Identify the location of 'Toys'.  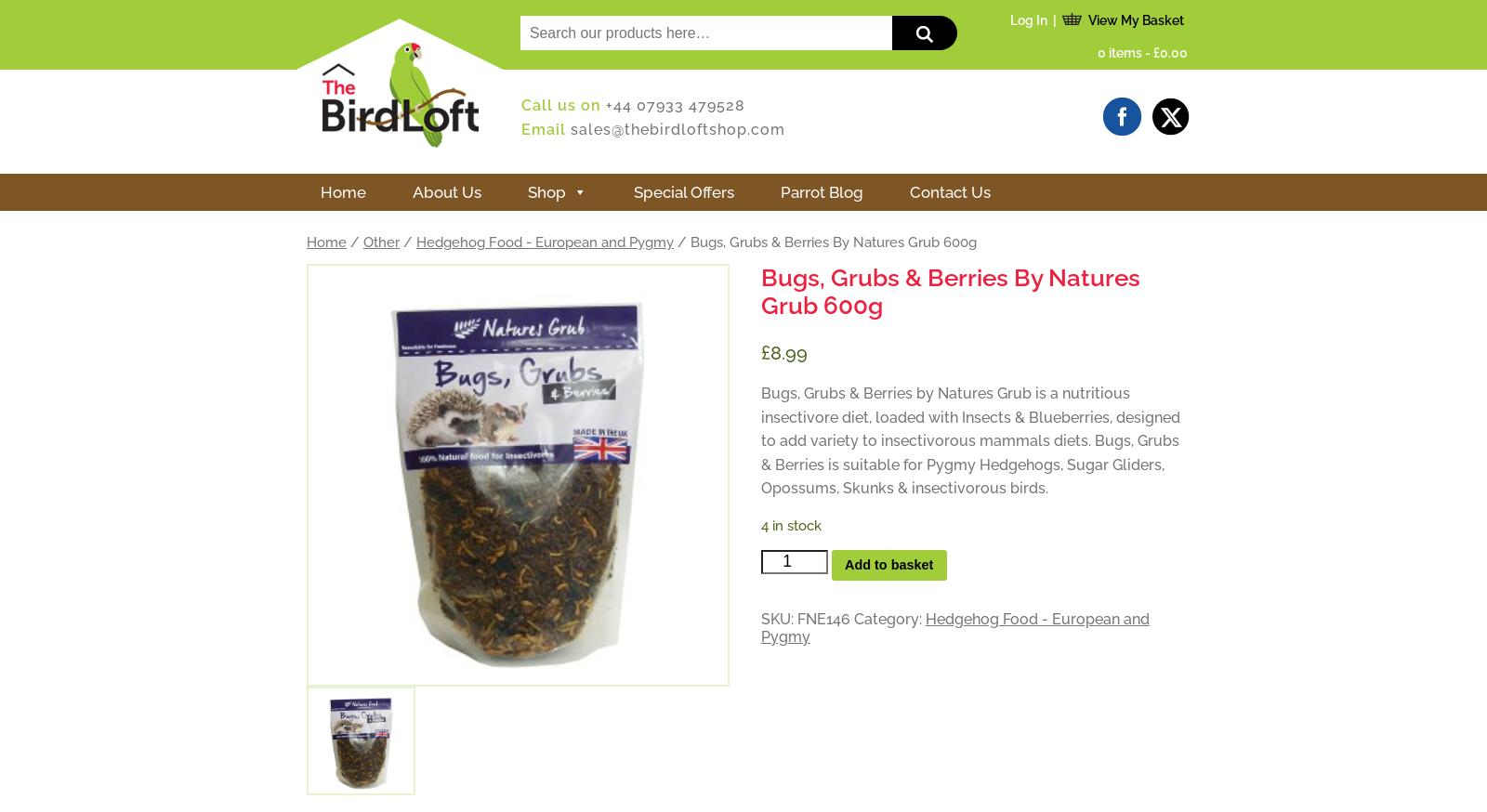
(489, 674).